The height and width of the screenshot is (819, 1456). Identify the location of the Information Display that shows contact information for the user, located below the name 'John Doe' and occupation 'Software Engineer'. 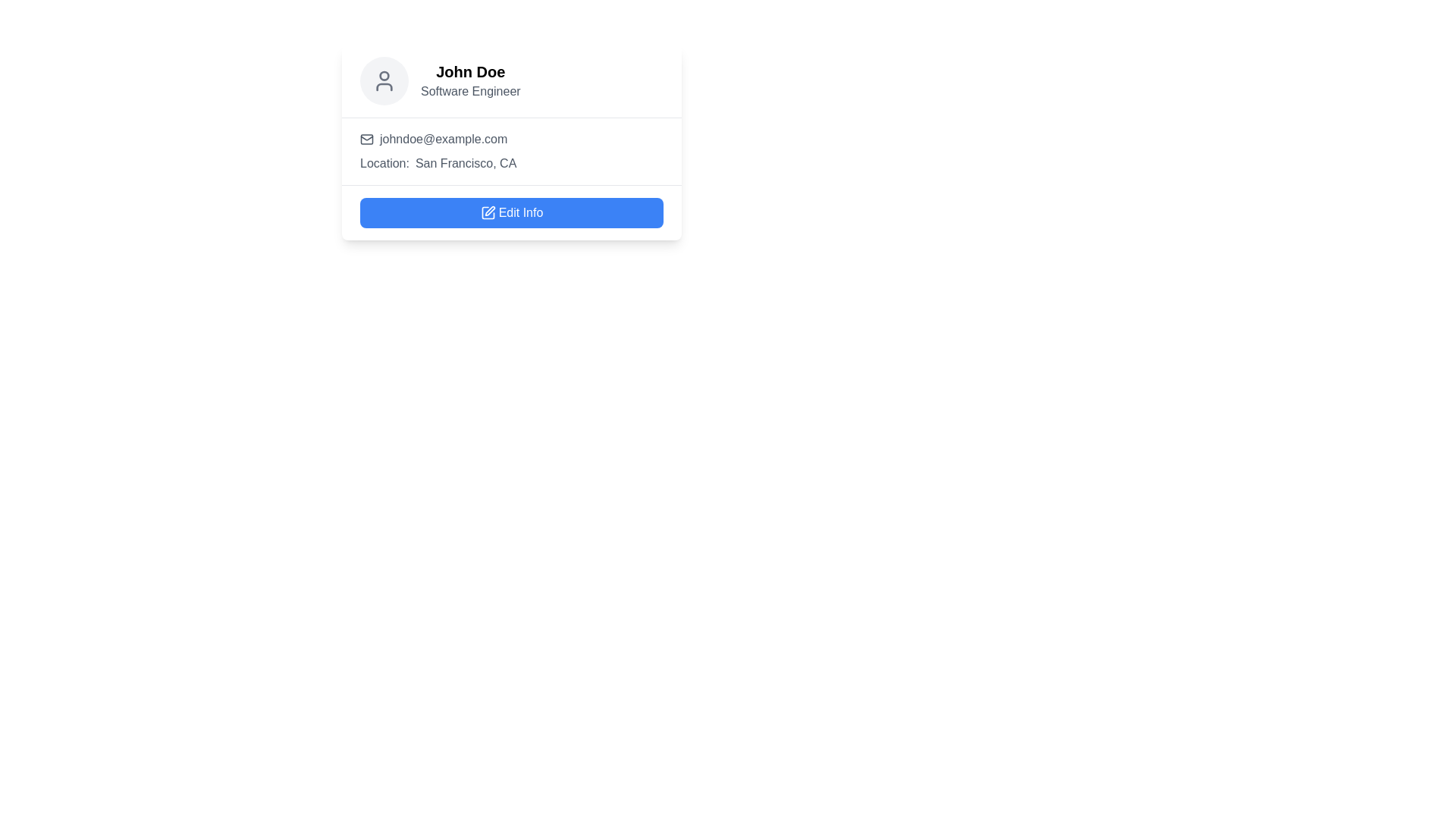
(512, 151).